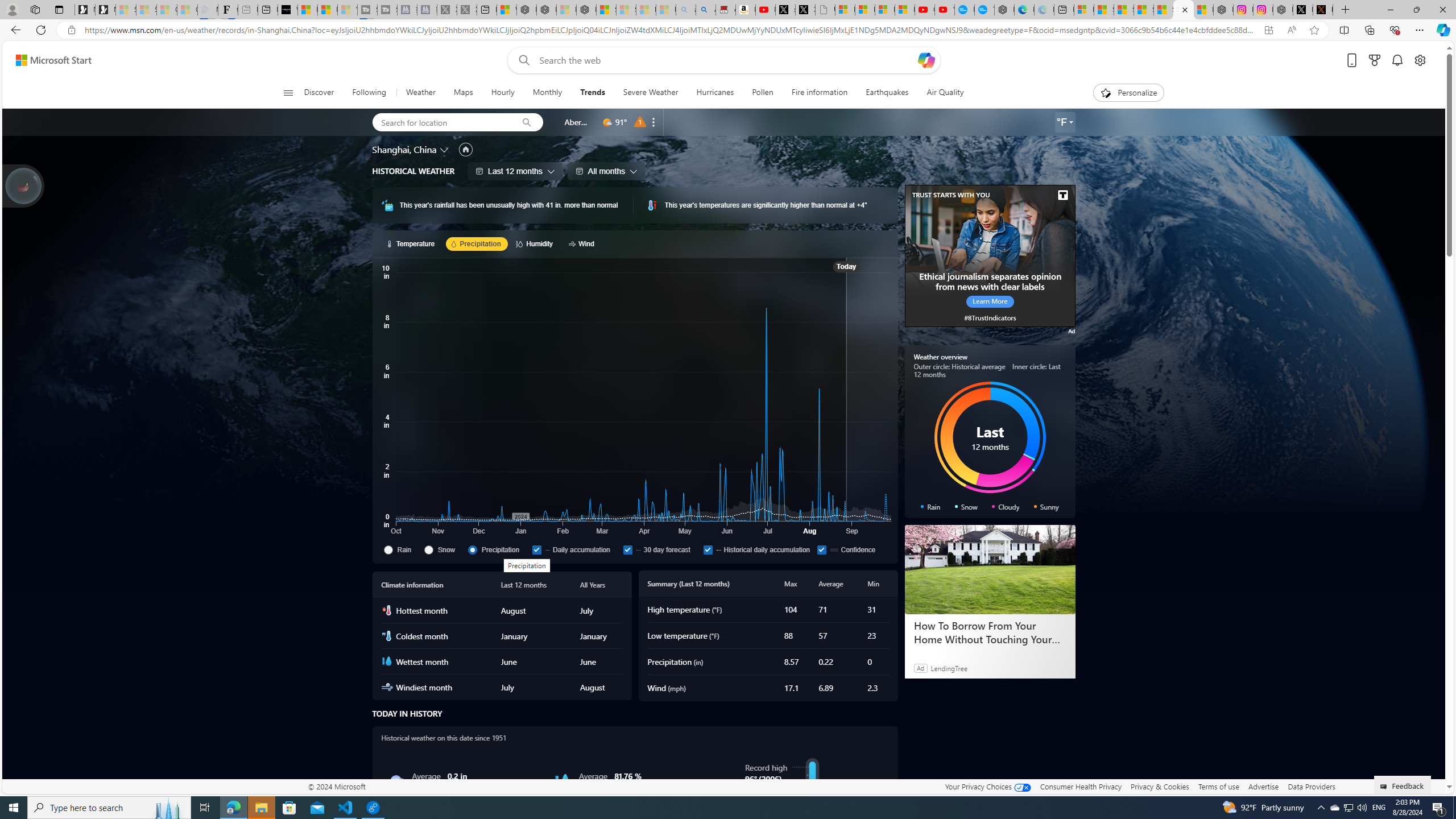 Image resolution: width=1456 pixels, height=819 pixels. I want to click on 'Severe Weather', so click(650, 92).